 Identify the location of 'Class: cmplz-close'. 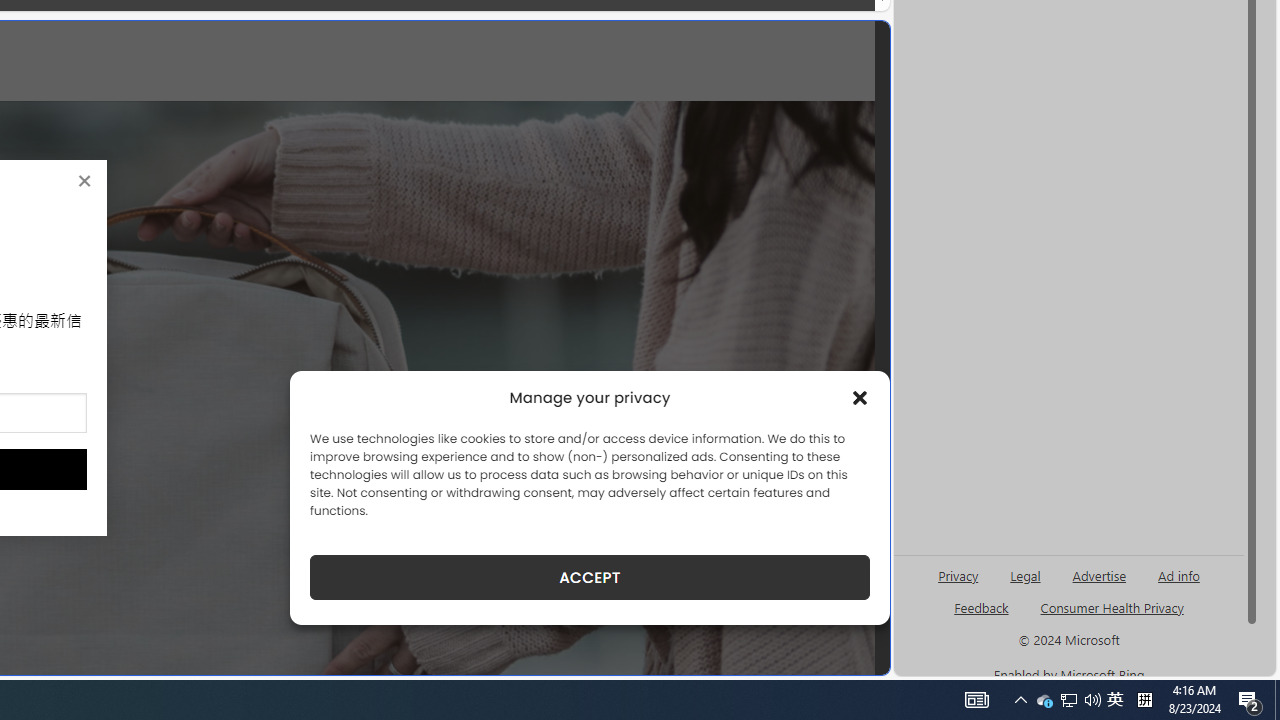
(860, 398).